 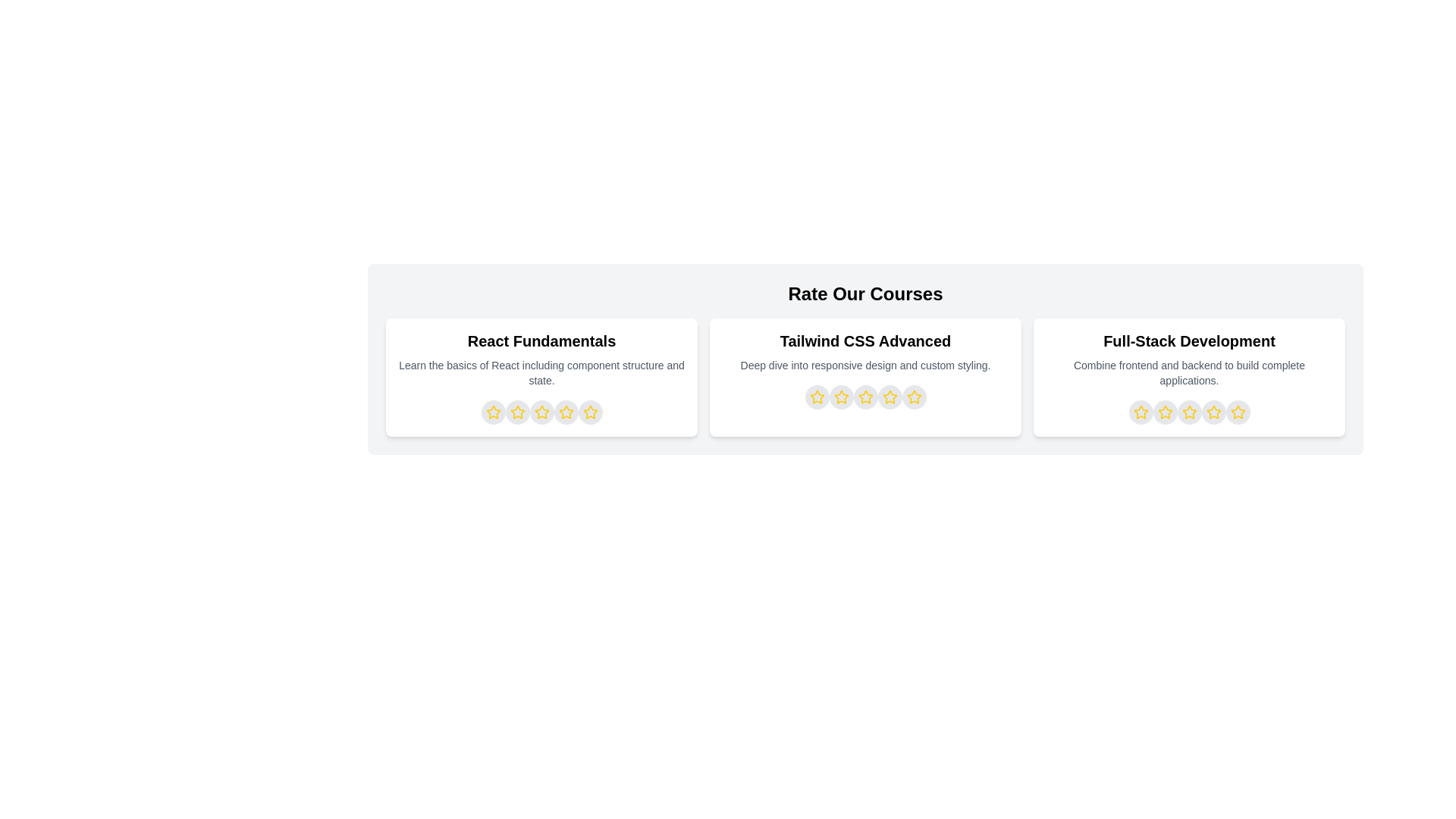 I want to click on the star representing 1 stars for the course titled React Fundamentals, so click(x=493, y=412).